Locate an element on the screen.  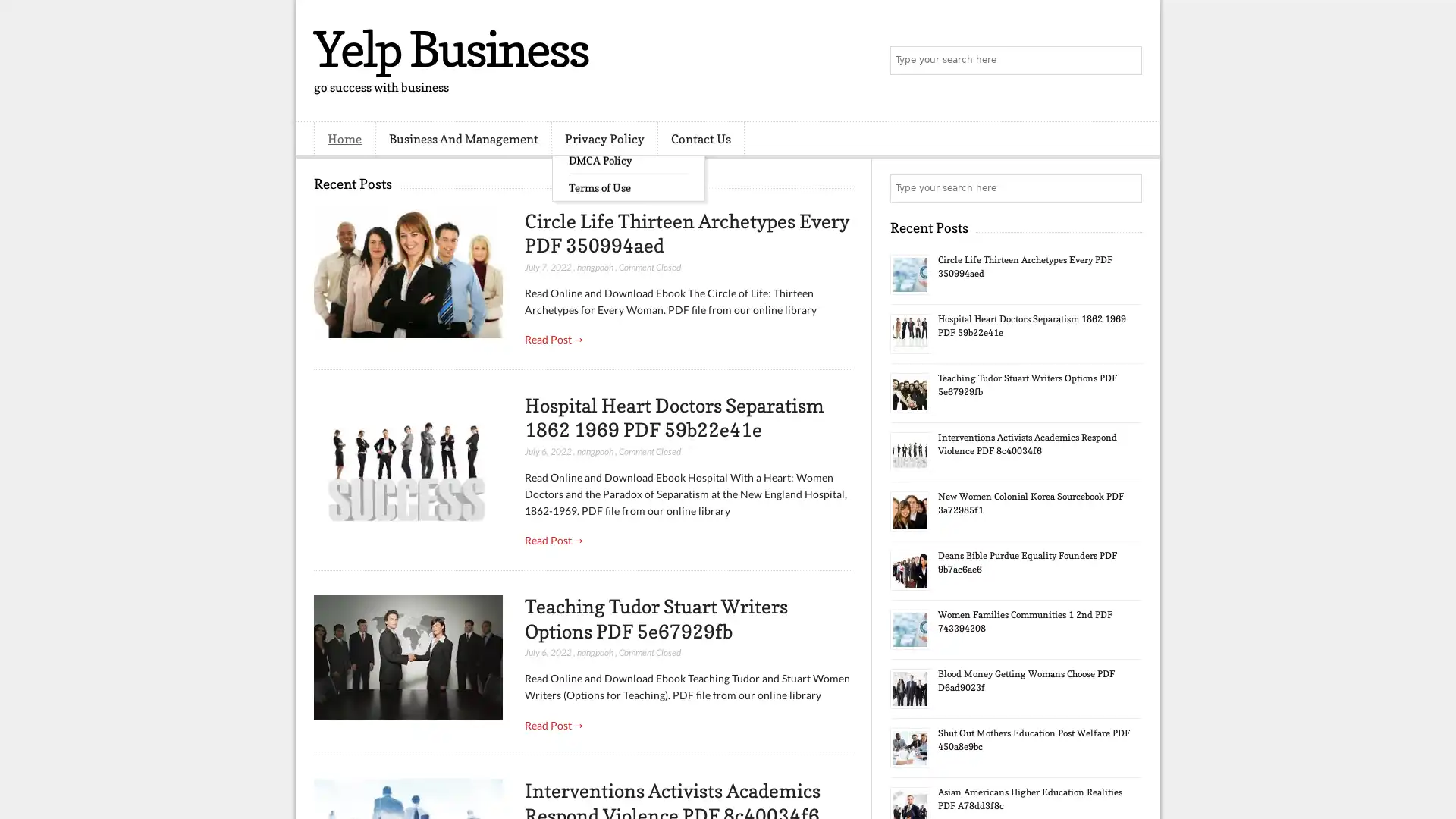
Search is located at coordinates (1126, 61).